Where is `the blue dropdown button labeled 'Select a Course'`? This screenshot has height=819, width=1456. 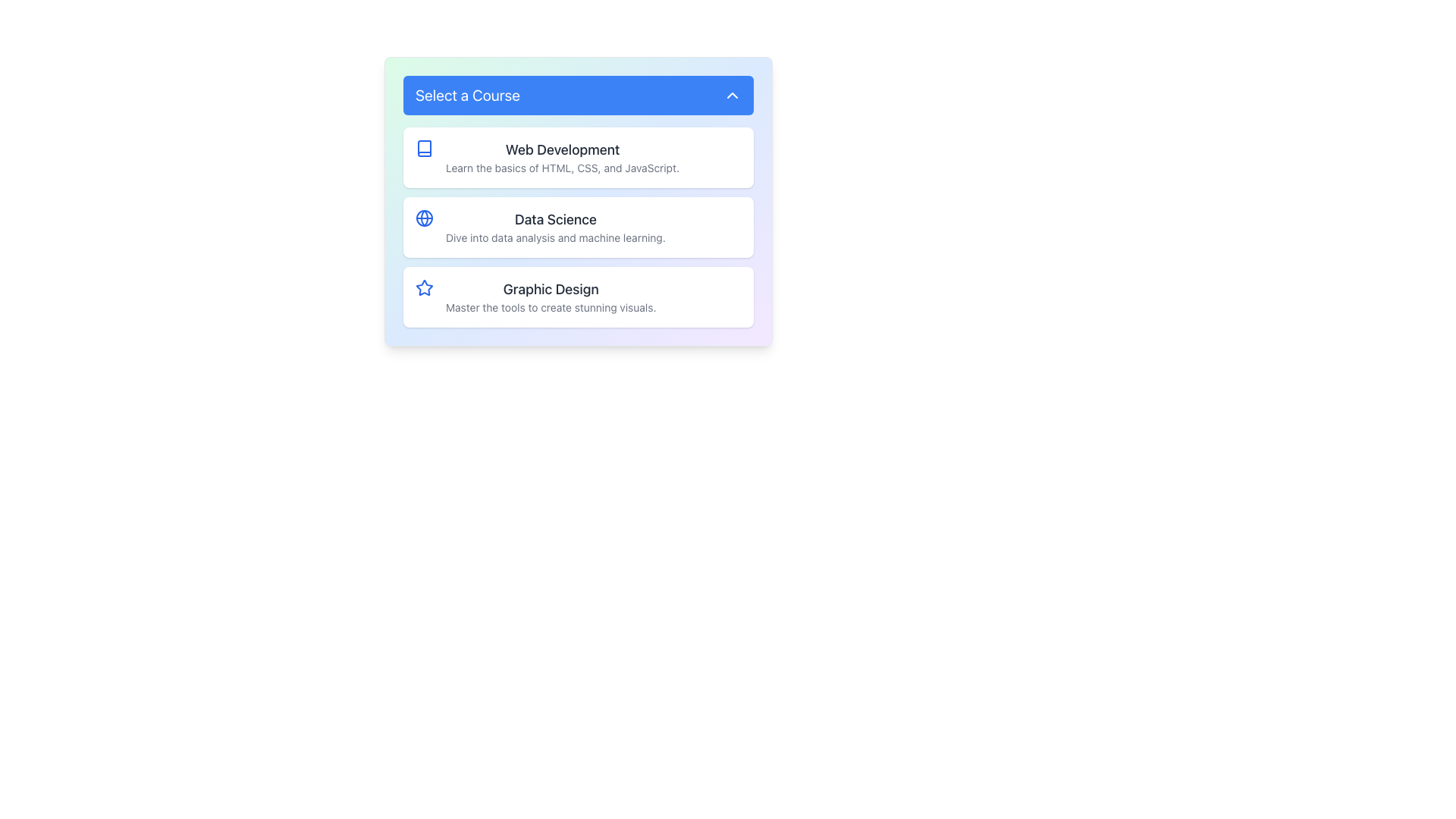 the blue dropdown button labeled 'Select a Course' is located at coordinates (578, 96).